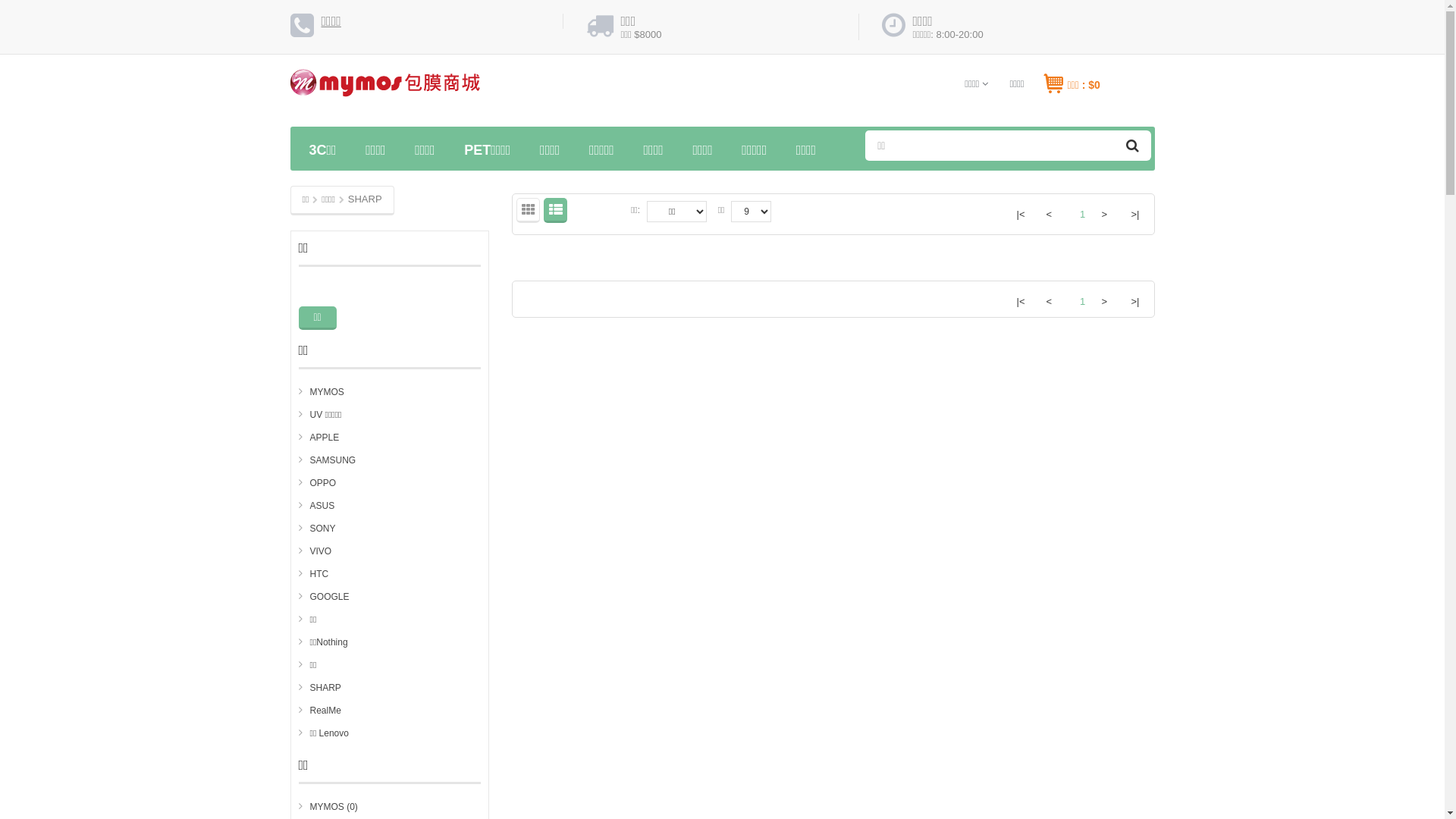 The height and width of the screenshot is (819, 1456). Describe the element at coordinates (298, 482) in the screenshot. I see `'OPPO'` at that location.